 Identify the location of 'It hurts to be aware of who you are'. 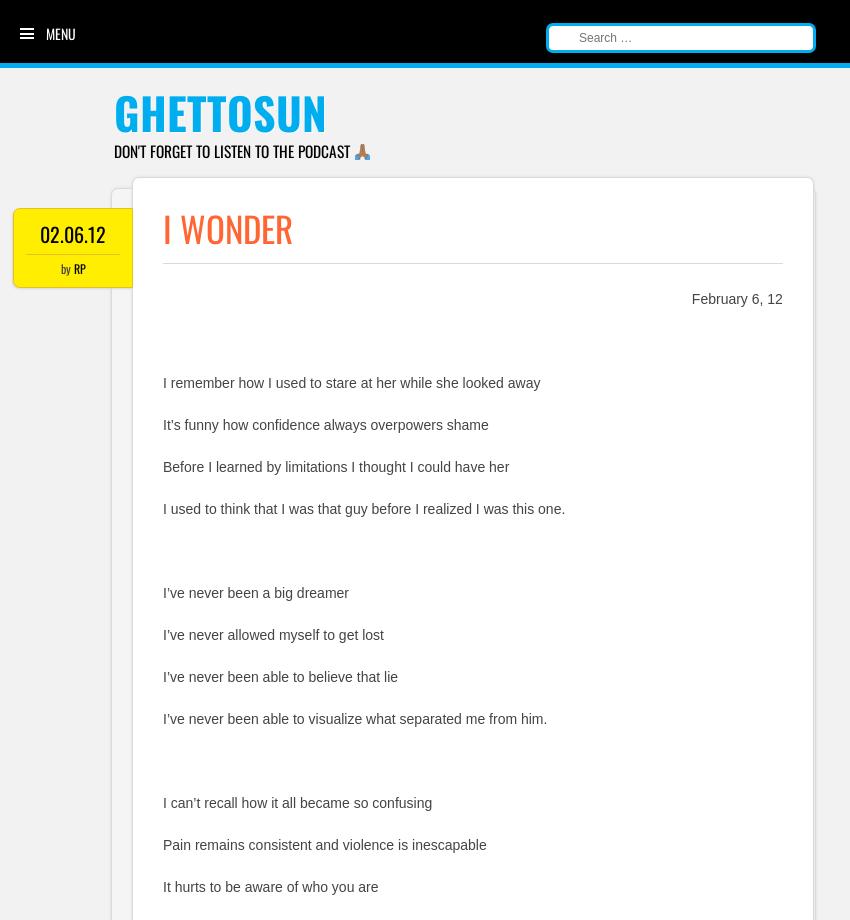
(269, 885).